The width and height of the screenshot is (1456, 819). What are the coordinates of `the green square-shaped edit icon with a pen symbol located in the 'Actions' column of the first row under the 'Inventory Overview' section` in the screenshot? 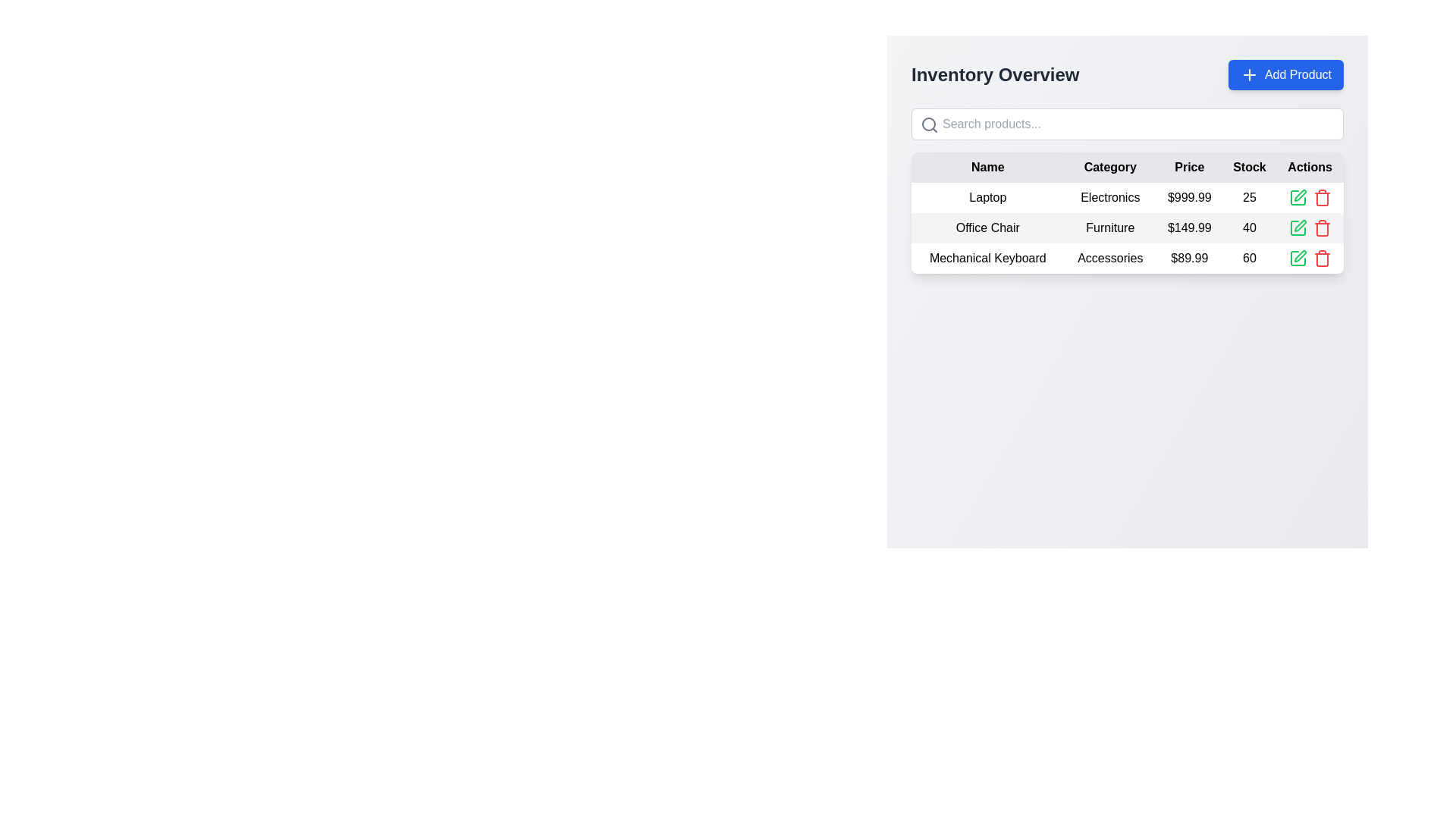 It's located at (1297, 197).